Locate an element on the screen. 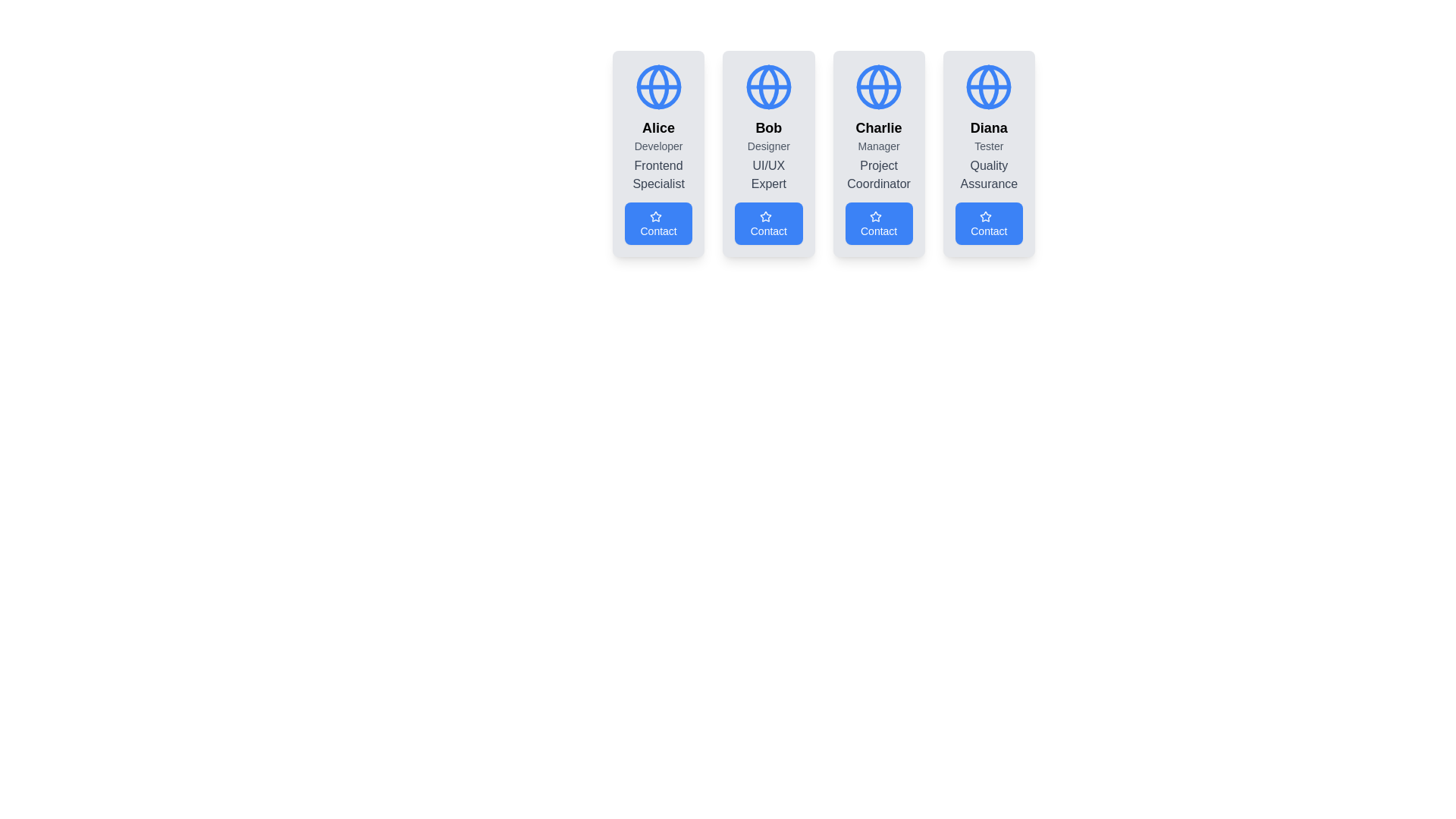  the global connectivity icon located at the top of Charlie's card, which is the third card from the left, to indicate online presence is located at coordinates (879, 87).